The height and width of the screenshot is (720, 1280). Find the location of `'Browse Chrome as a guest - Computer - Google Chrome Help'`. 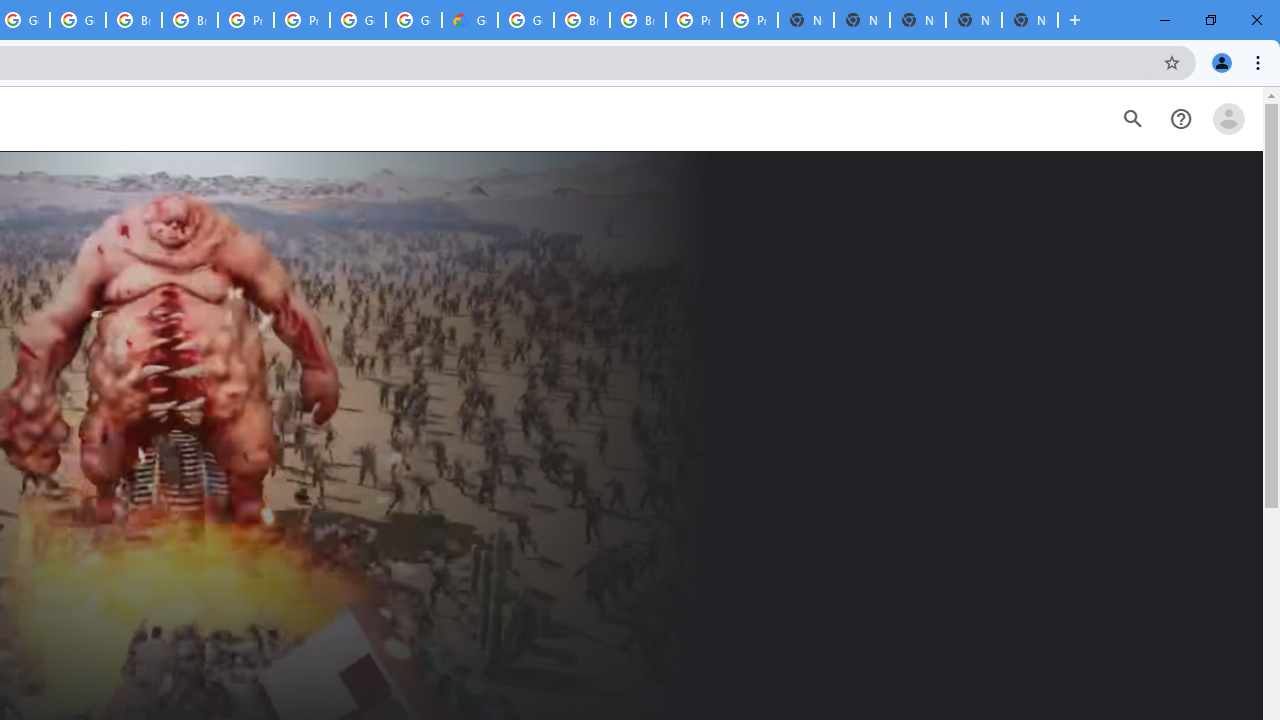

'Browse Chrome as a guest - Computer - Google Chrome Help' is located at coordinates (581, 20).